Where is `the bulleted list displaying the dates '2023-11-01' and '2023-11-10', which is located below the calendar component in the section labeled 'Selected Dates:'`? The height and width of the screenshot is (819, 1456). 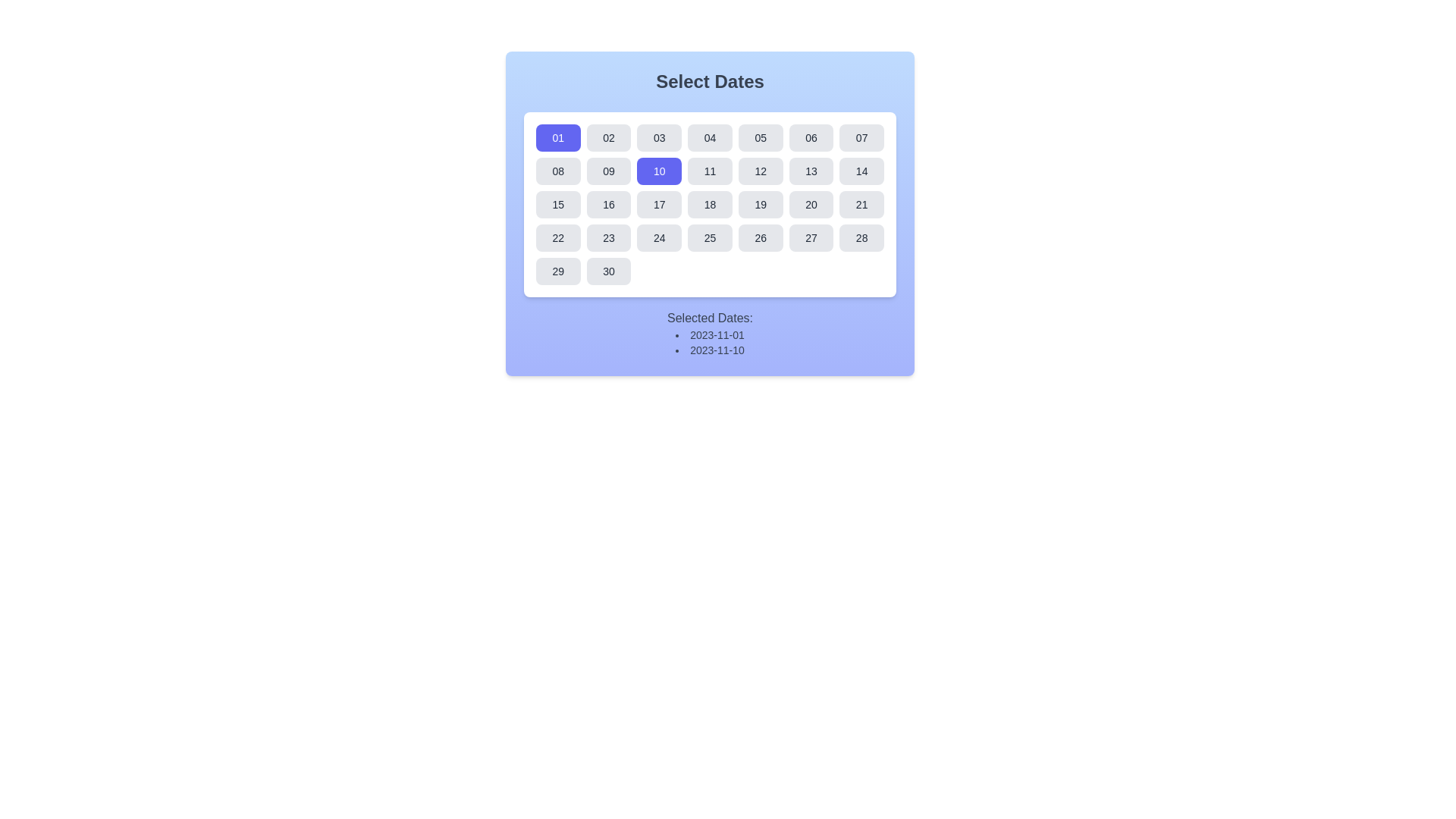
the bulleted list displaying the dates '2023-11-01' and '2023-11-10', which is located below the calendar component in the section labeled 'Selected Dates:' is located at coordinates (709, 342).